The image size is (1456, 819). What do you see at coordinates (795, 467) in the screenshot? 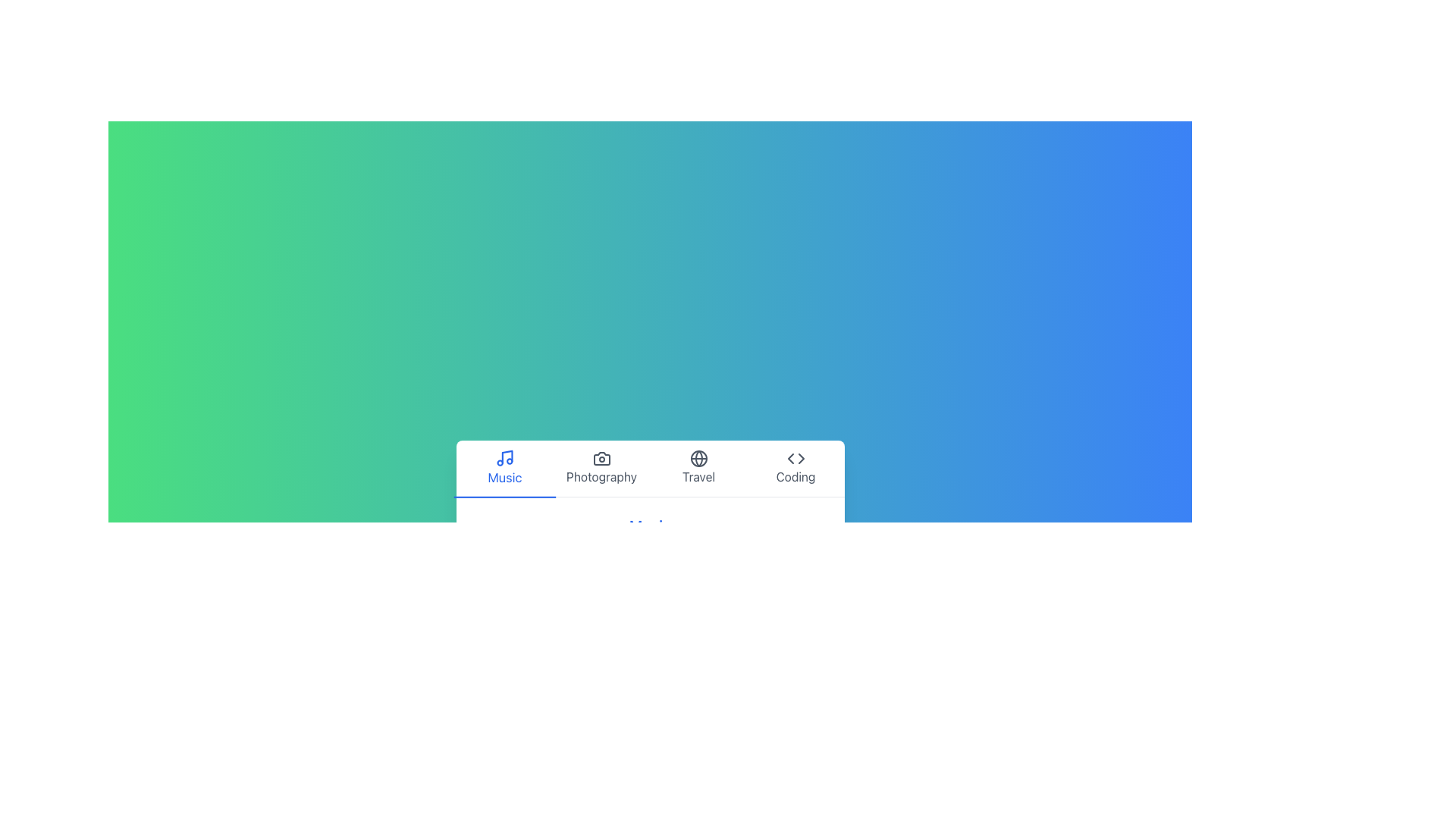
I see `the button labeled 'Coding' with an icon of coding tags '<>'` at bounding box center [795, 467].